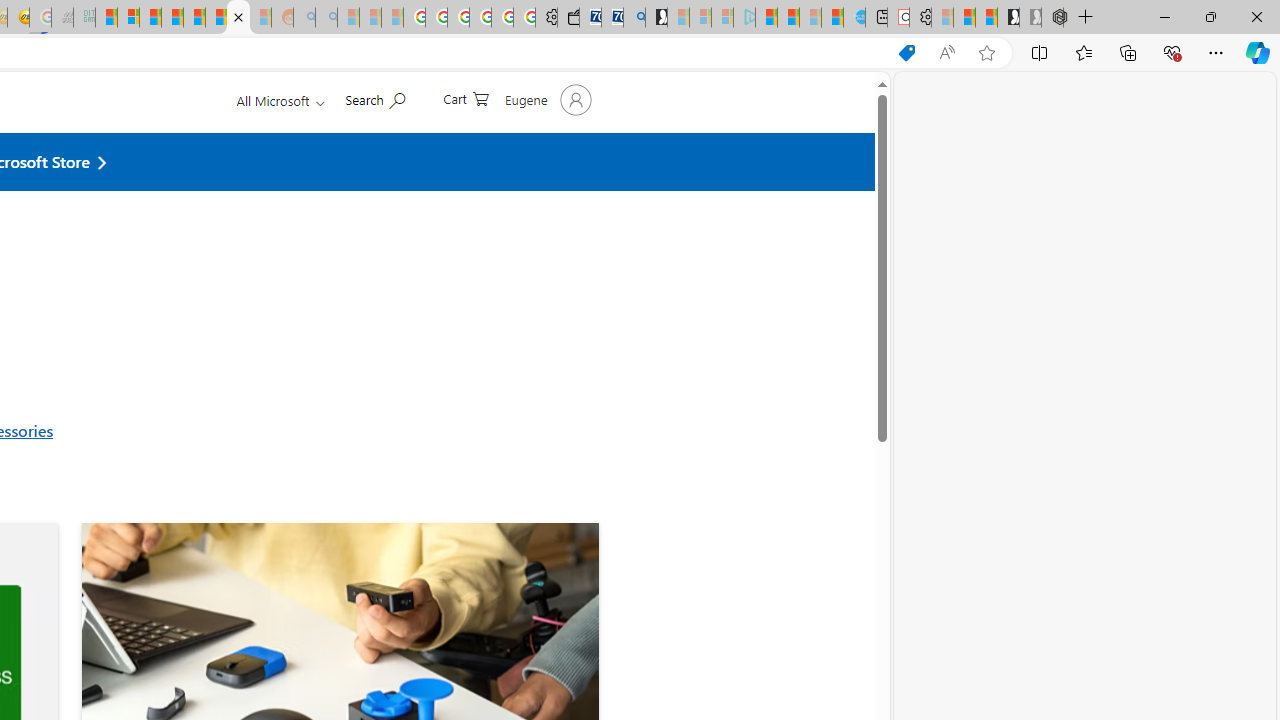  What do you see at coordinates (633, 17) in the screenshot?
I see `'Bing Real Estate - Home sales and rental listings'` at bounding box center [633, 17].